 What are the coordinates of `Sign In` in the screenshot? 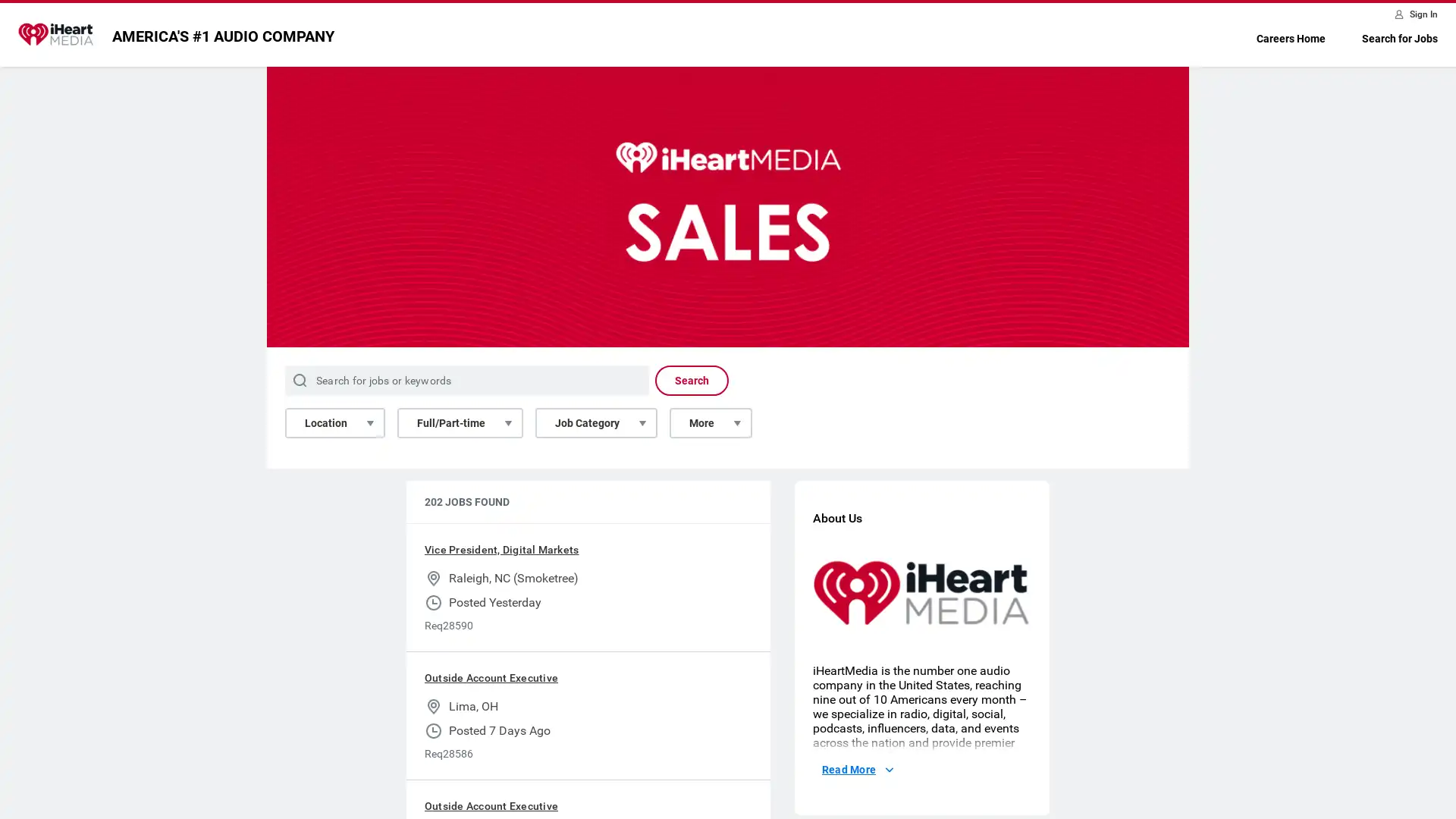 It's located at (1414, 14).